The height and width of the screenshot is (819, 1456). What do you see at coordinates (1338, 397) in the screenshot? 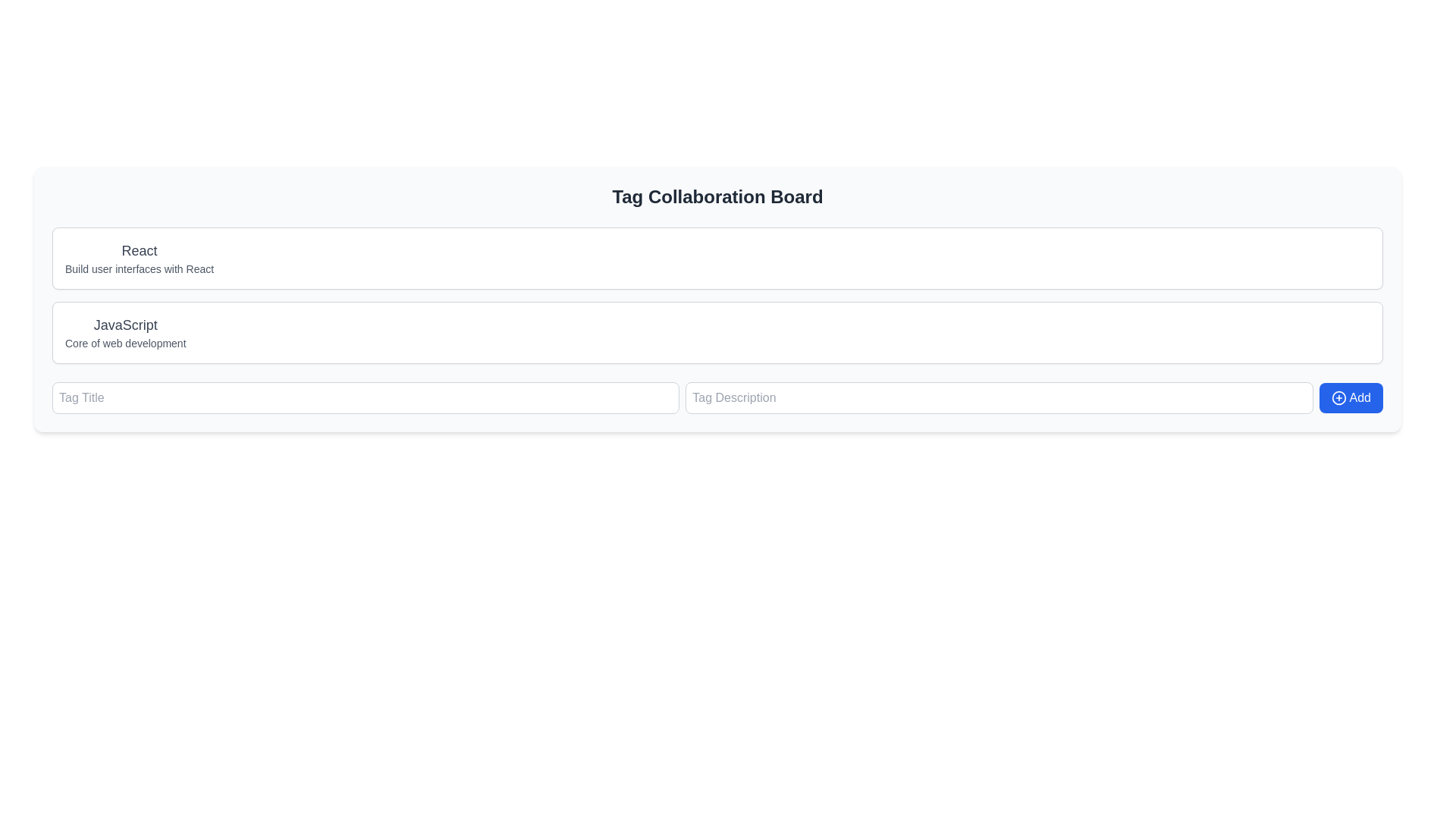
I see `the blue circular icon resembling a '+' sign located within the 'Add' button at the bottom-right corner of the interface` at bounding box center [1338, 397].